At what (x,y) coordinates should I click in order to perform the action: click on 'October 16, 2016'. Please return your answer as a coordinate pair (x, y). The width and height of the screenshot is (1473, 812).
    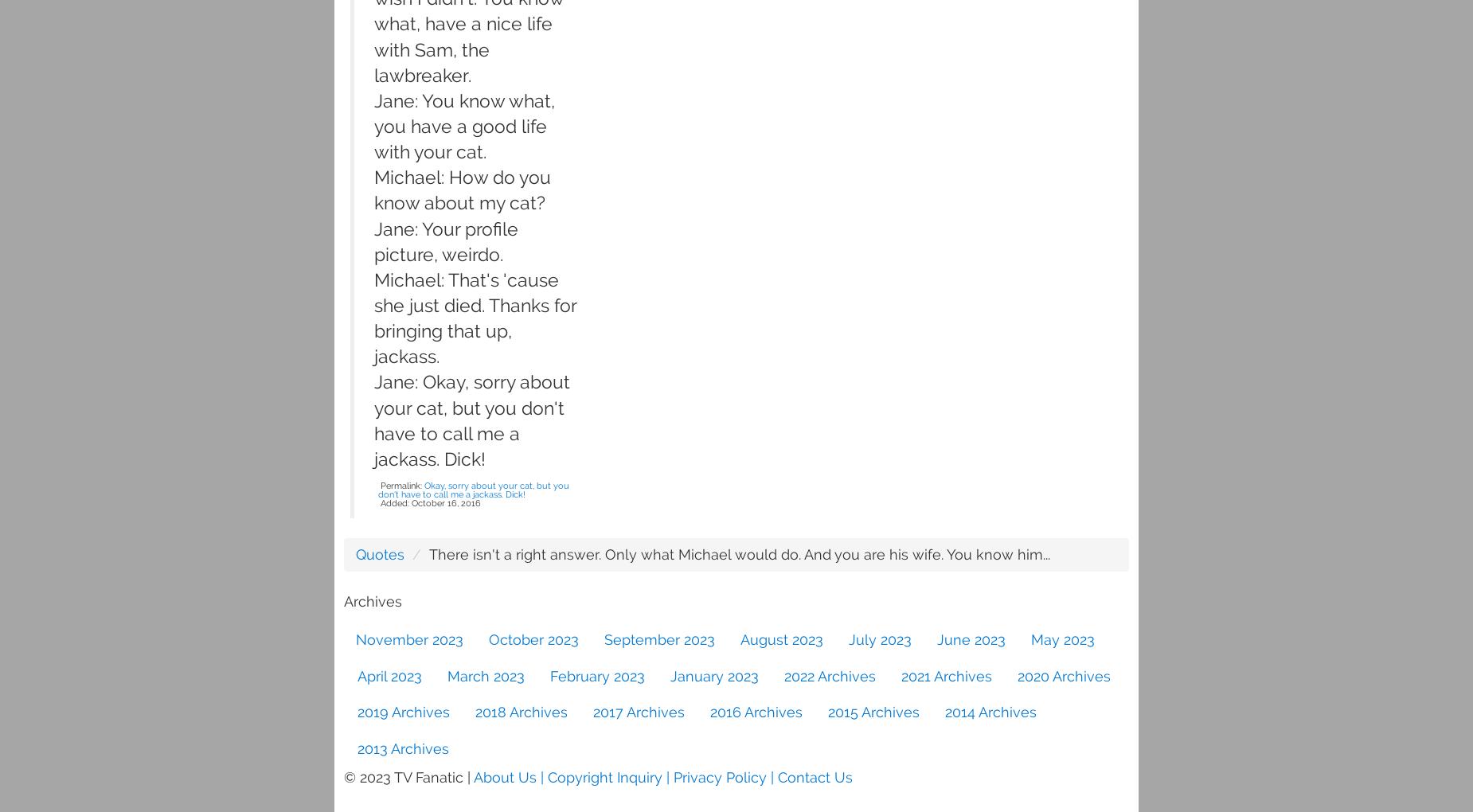
    Looking at the image, I should click on (446, 502).